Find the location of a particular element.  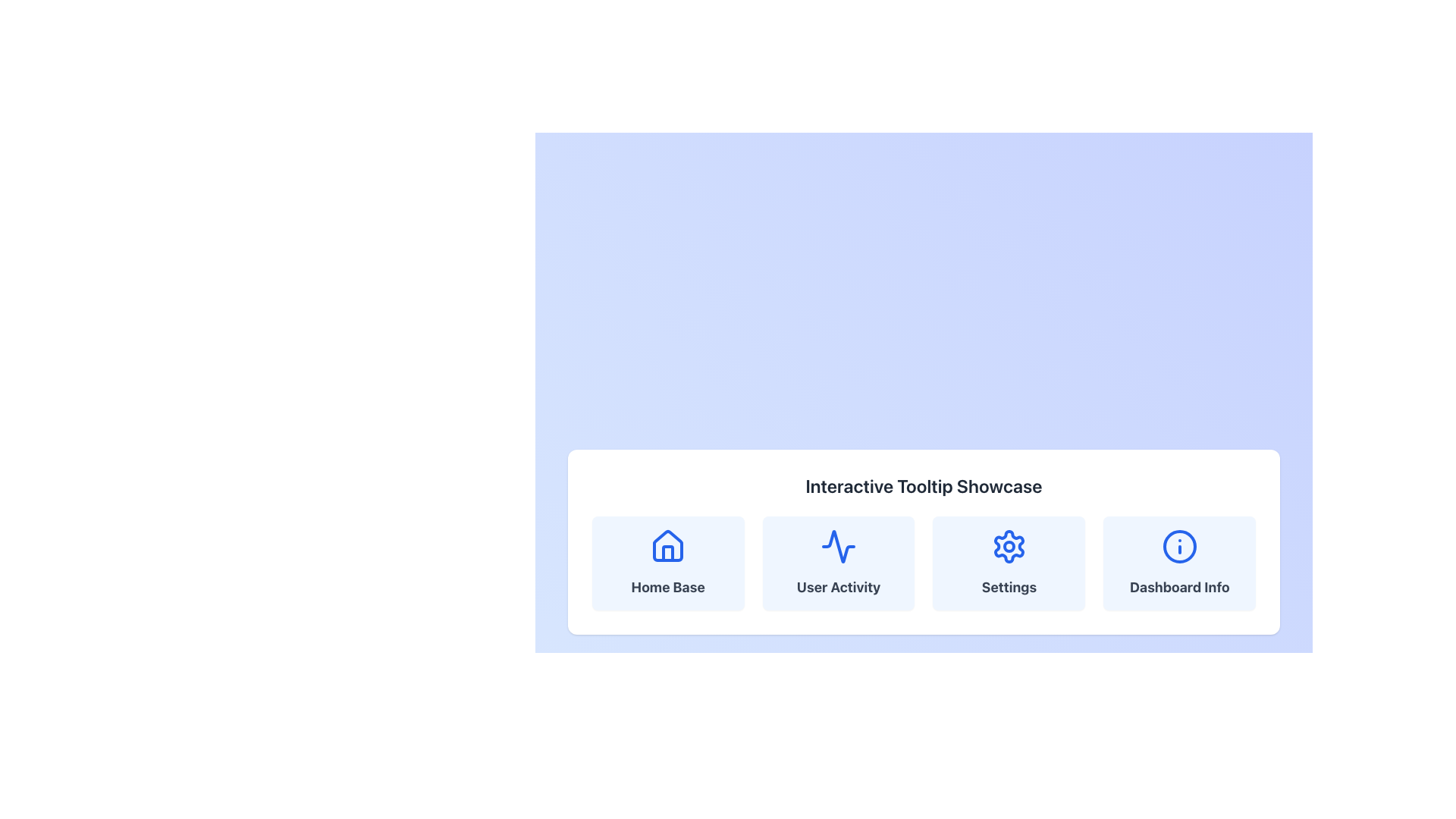

the visual informational card labeled 'Dashboard Info', which features a blue background and an 'i' icon, located at the far right of the dashboard options grid is located at coordinates (1178, 563).